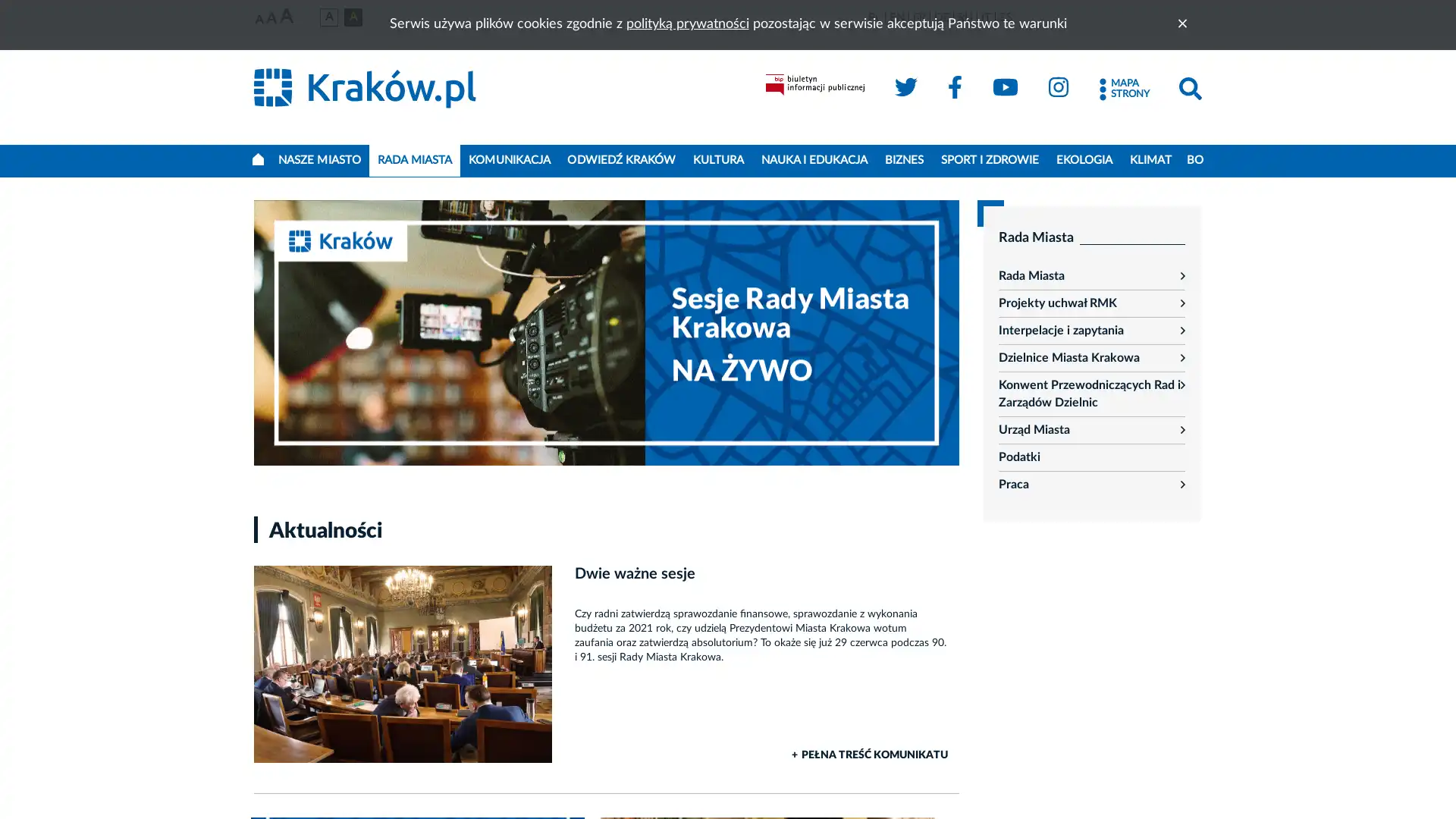 The height and width of the screenshot is (819, 1456). What do you see at coordinates (1189, 89) in the screenshot?
I see `Szukaj` at bounding box center [1189, 89].